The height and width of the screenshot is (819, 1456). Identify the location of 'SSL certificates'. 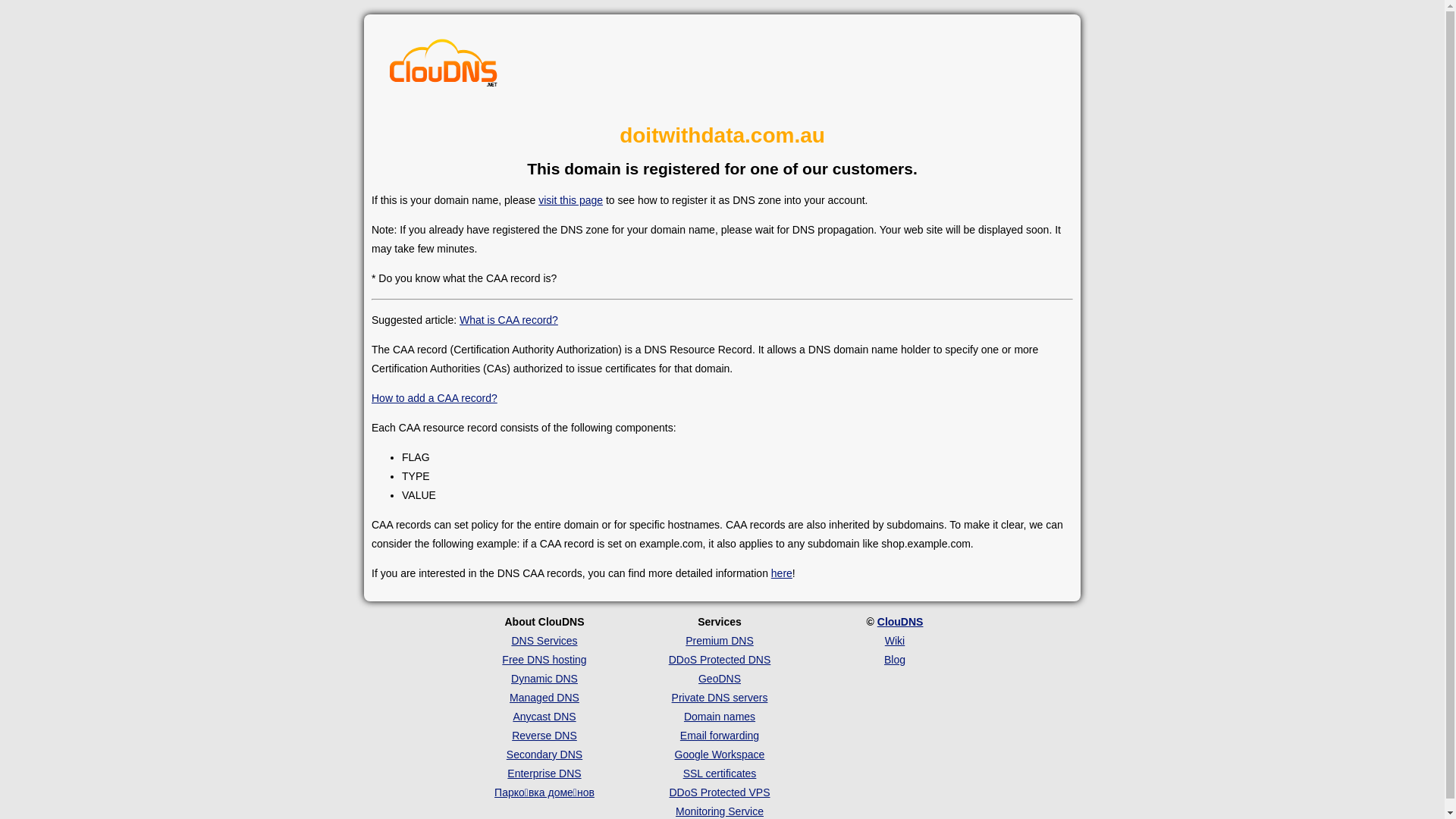
(682, 773).